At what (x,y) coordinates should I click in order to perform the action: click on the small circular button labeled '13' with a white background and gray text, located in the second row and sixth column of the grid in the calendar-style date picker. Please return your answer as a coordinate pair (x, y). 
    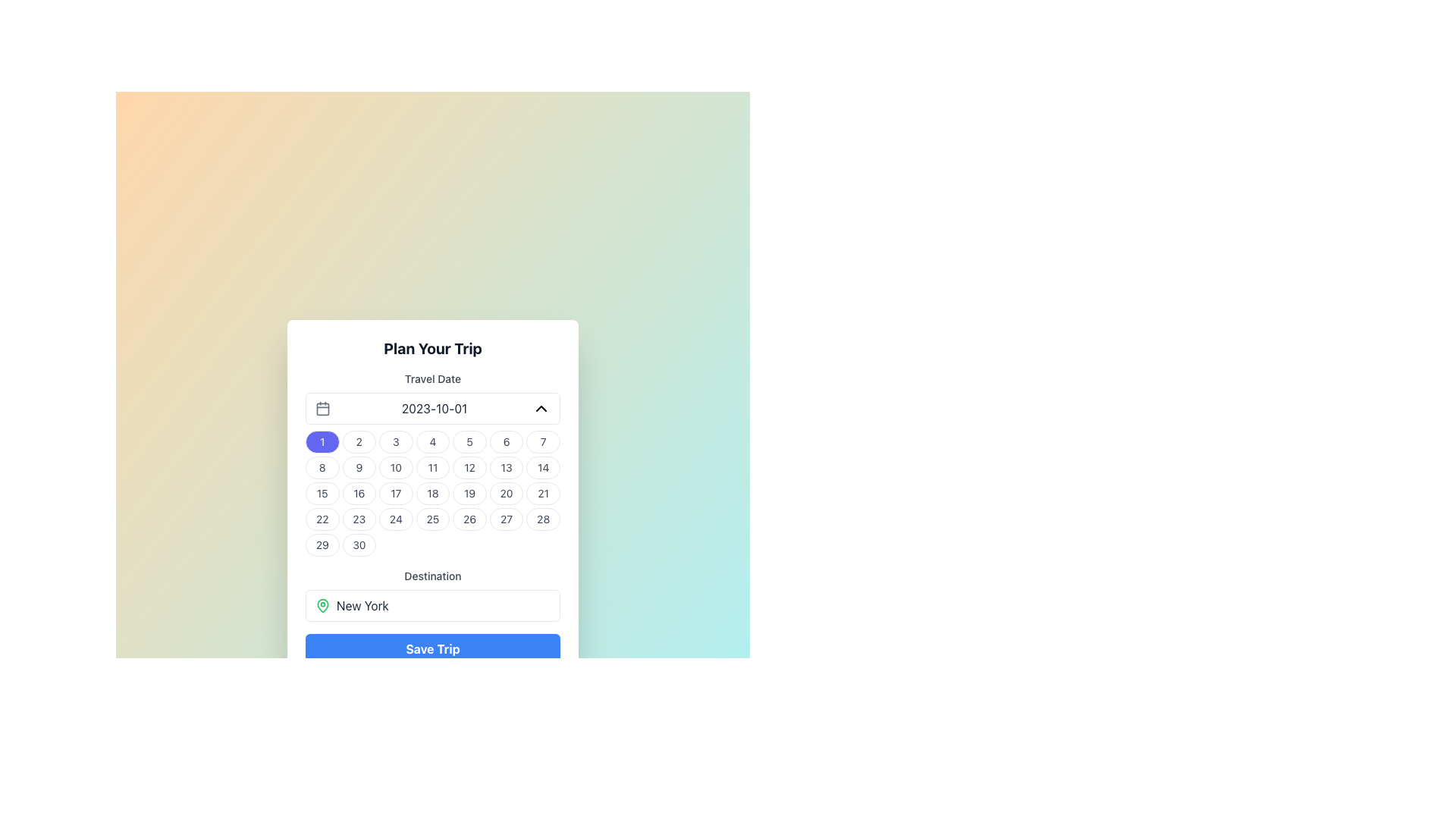
    Looking at the image, I should click on (507, 467).